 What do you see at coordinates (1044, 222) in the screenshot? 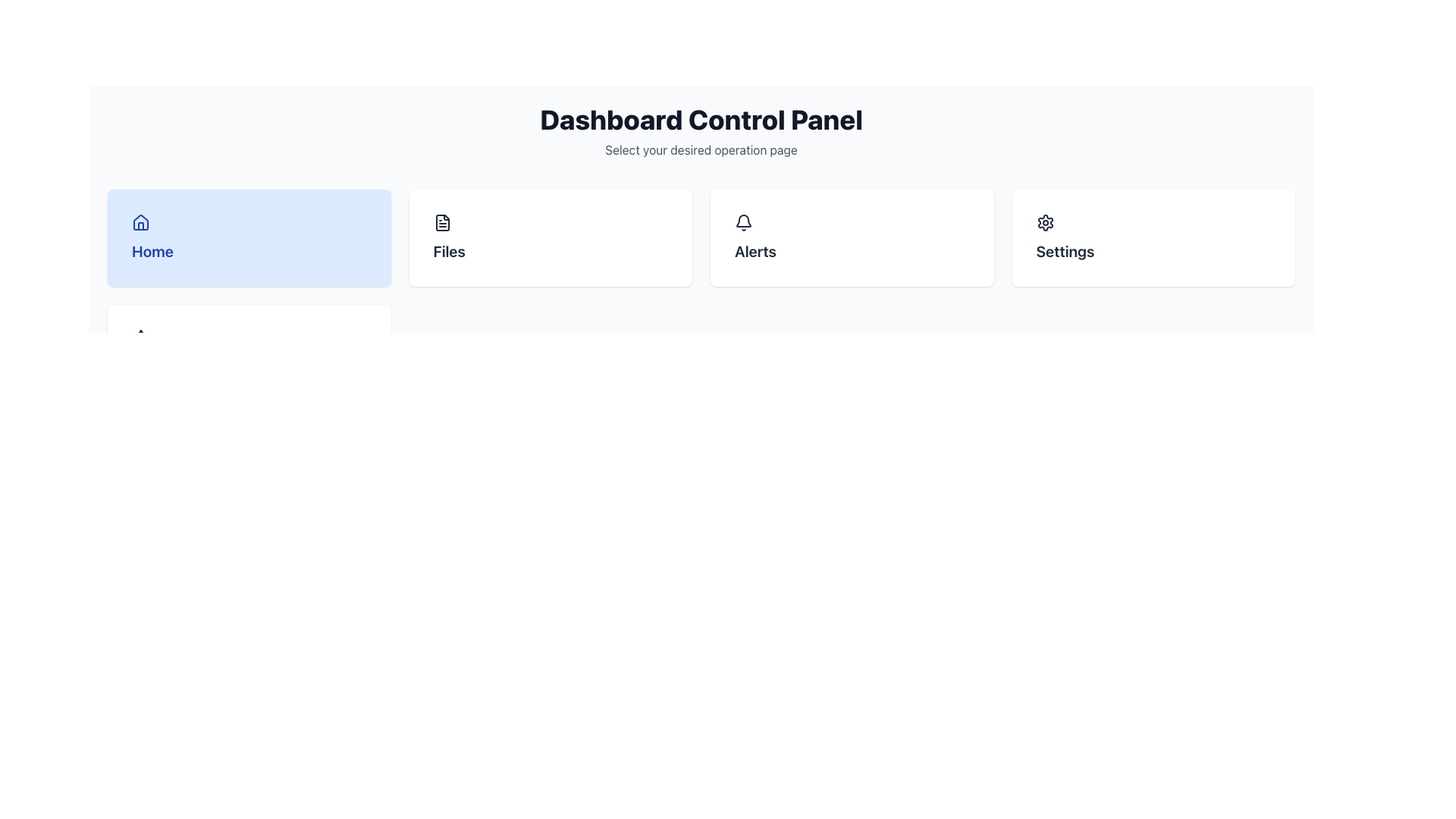
I see `the gear icon in the 'Settings' panel, located on the far right of the main interactive dashboard, which indicates options or configurations related to the application` at bounding box center [1044, 222].